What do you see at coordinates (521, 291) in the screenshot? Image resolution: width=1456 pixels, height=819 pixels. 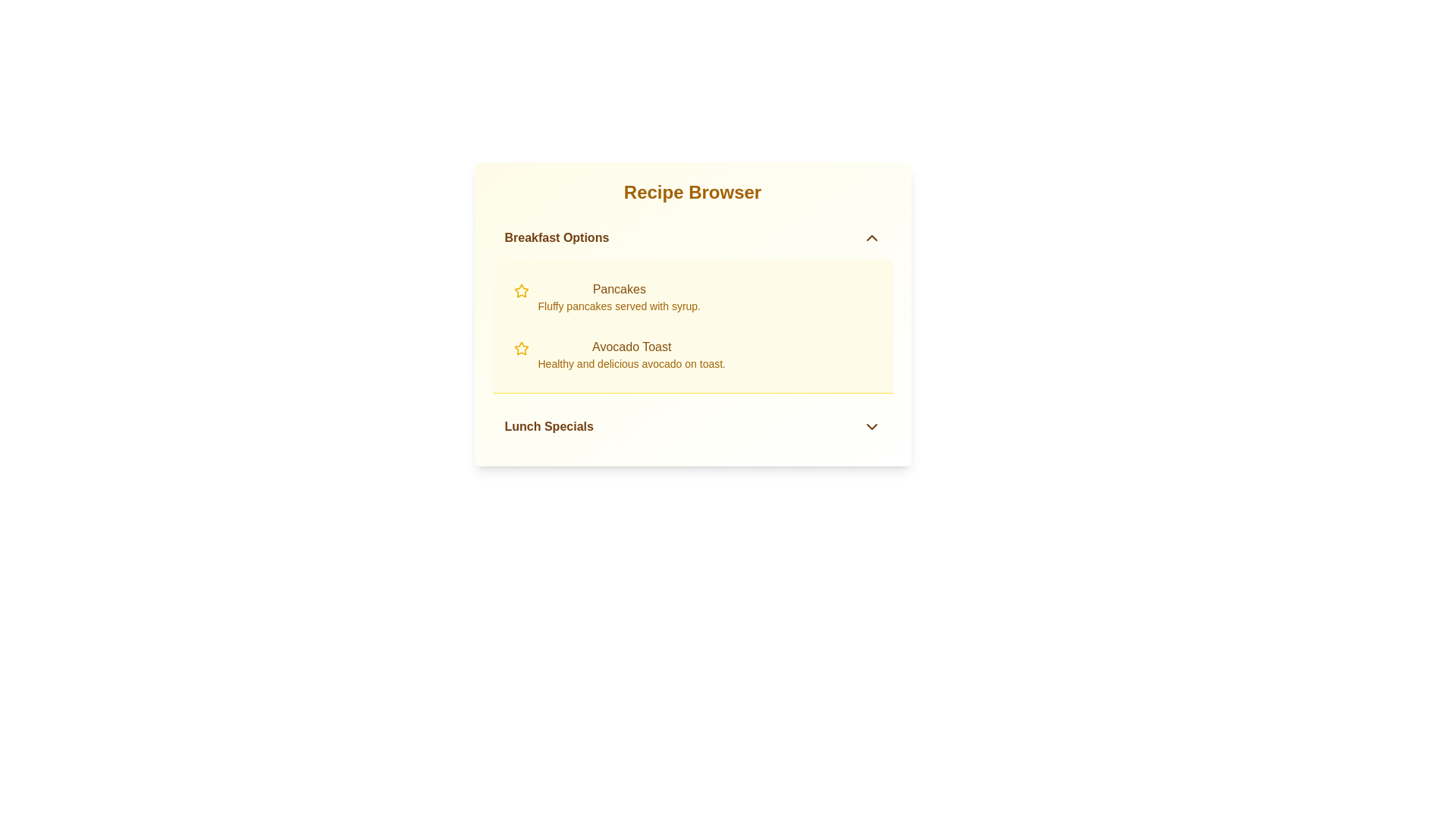 I see `the star icon corresponding to the recipe Pancakes` at bounding box center [521, 291].